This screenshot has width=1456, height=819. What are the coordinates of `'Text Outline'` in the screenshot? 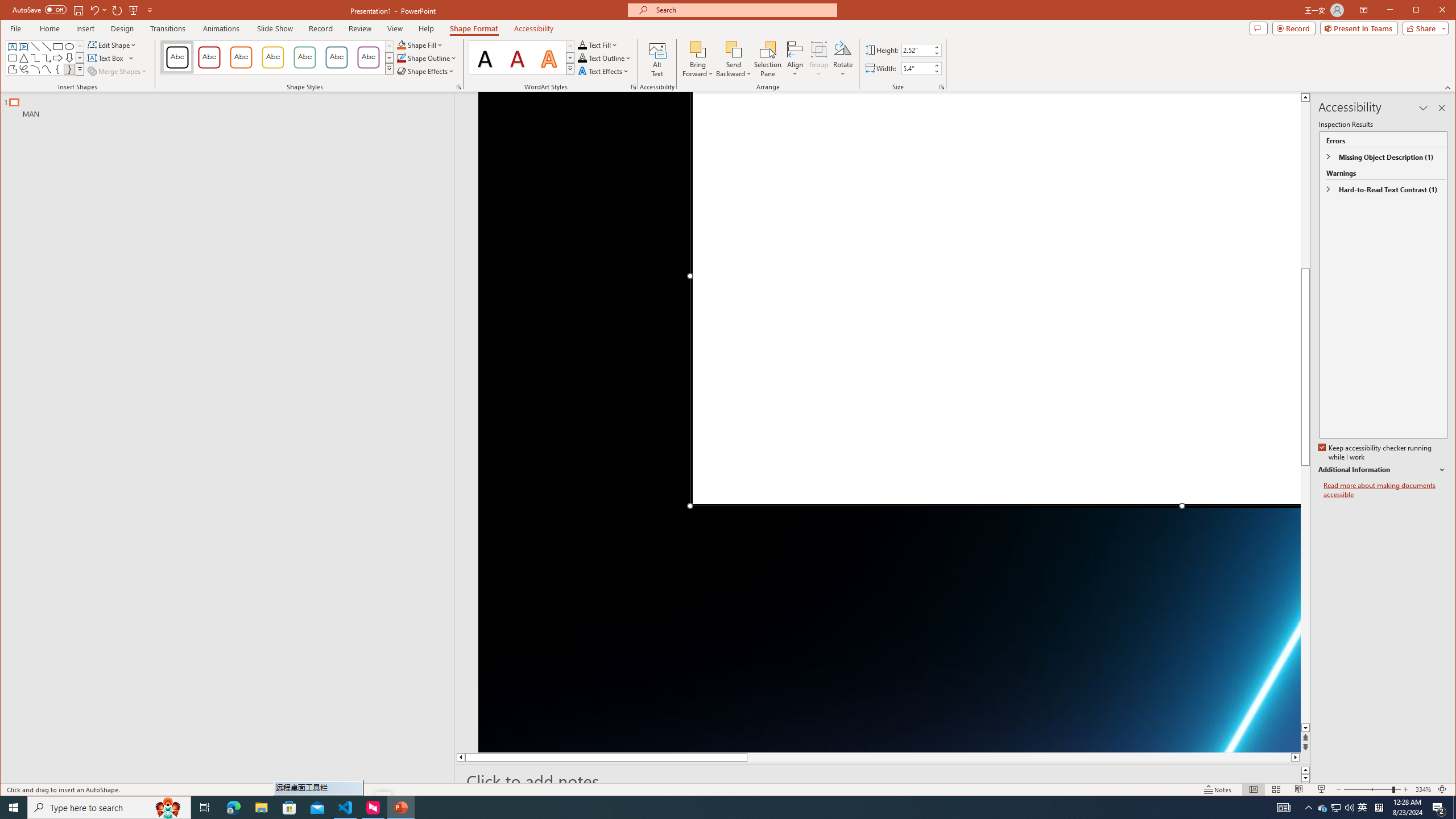 It's located at (605, 58).